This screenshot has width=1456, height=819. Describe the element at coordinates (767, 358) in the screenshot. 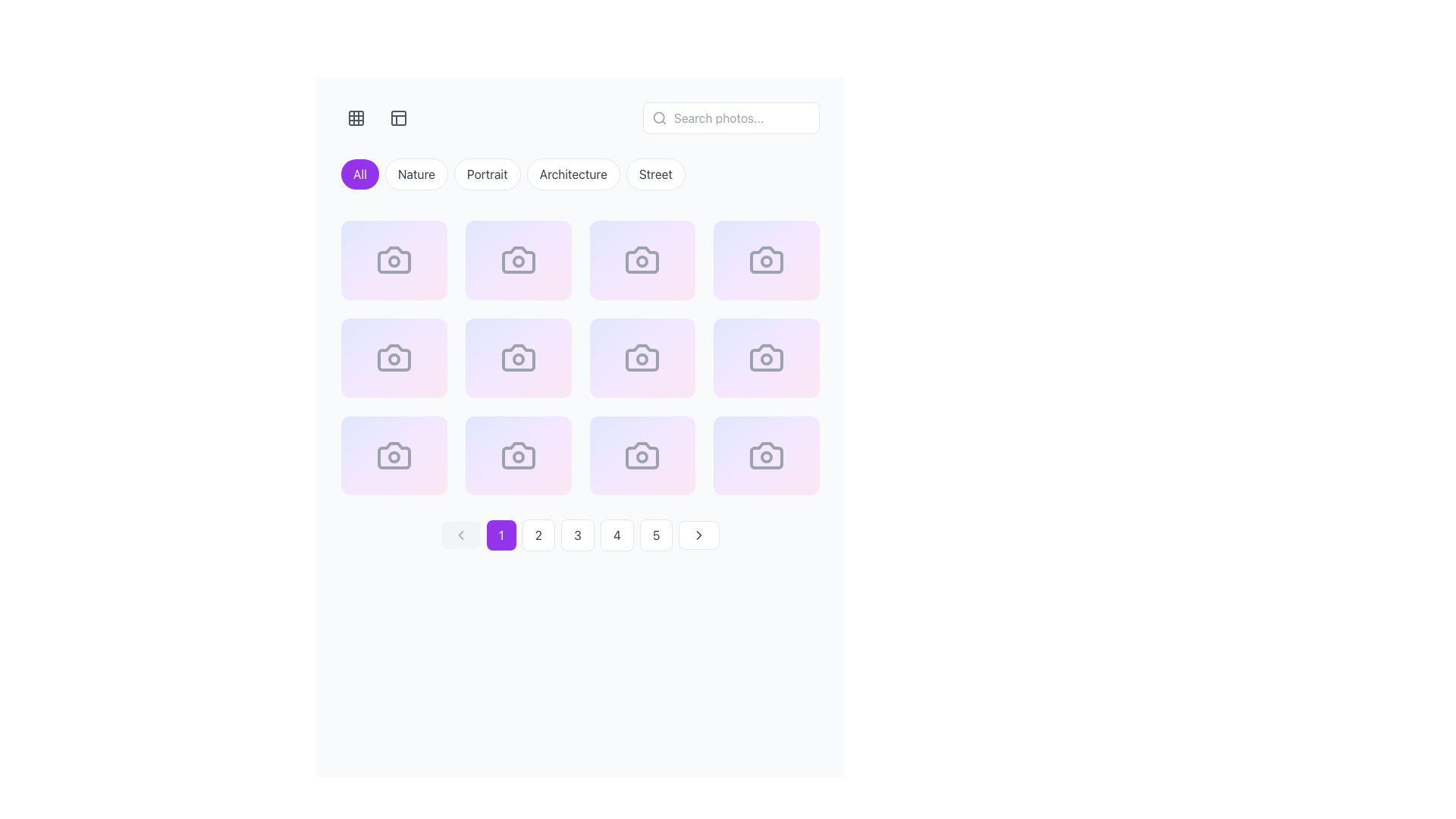

I see `the body of the camera icon, which is a rectangular shape with rounded corners, displayed in a gray outline style, to trigger a tooltip or visual feedback` at that location.